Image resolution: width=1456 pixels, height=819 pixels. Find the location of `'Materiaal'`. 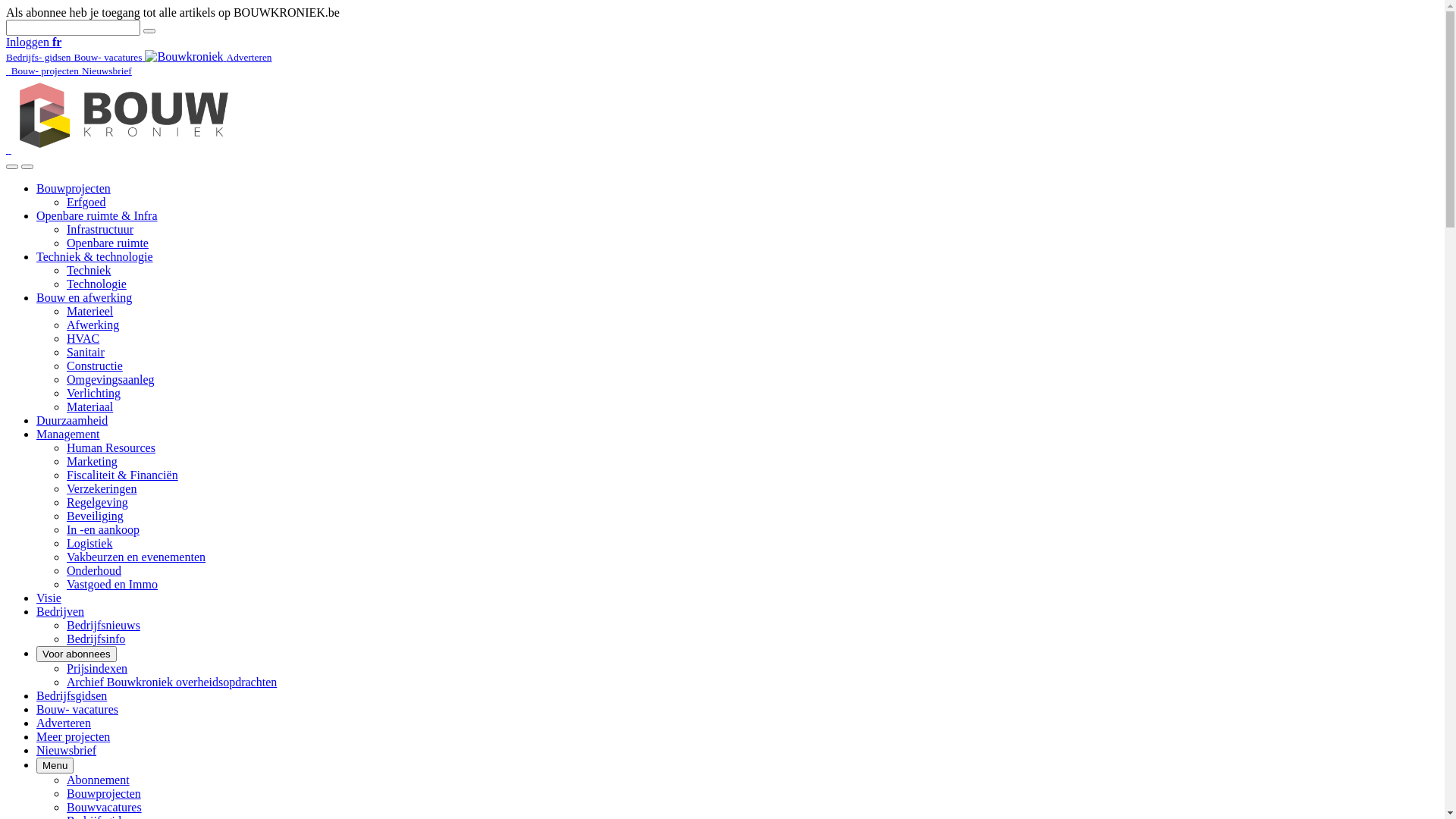

'Materiaal' is located at coordinates (65, 406).